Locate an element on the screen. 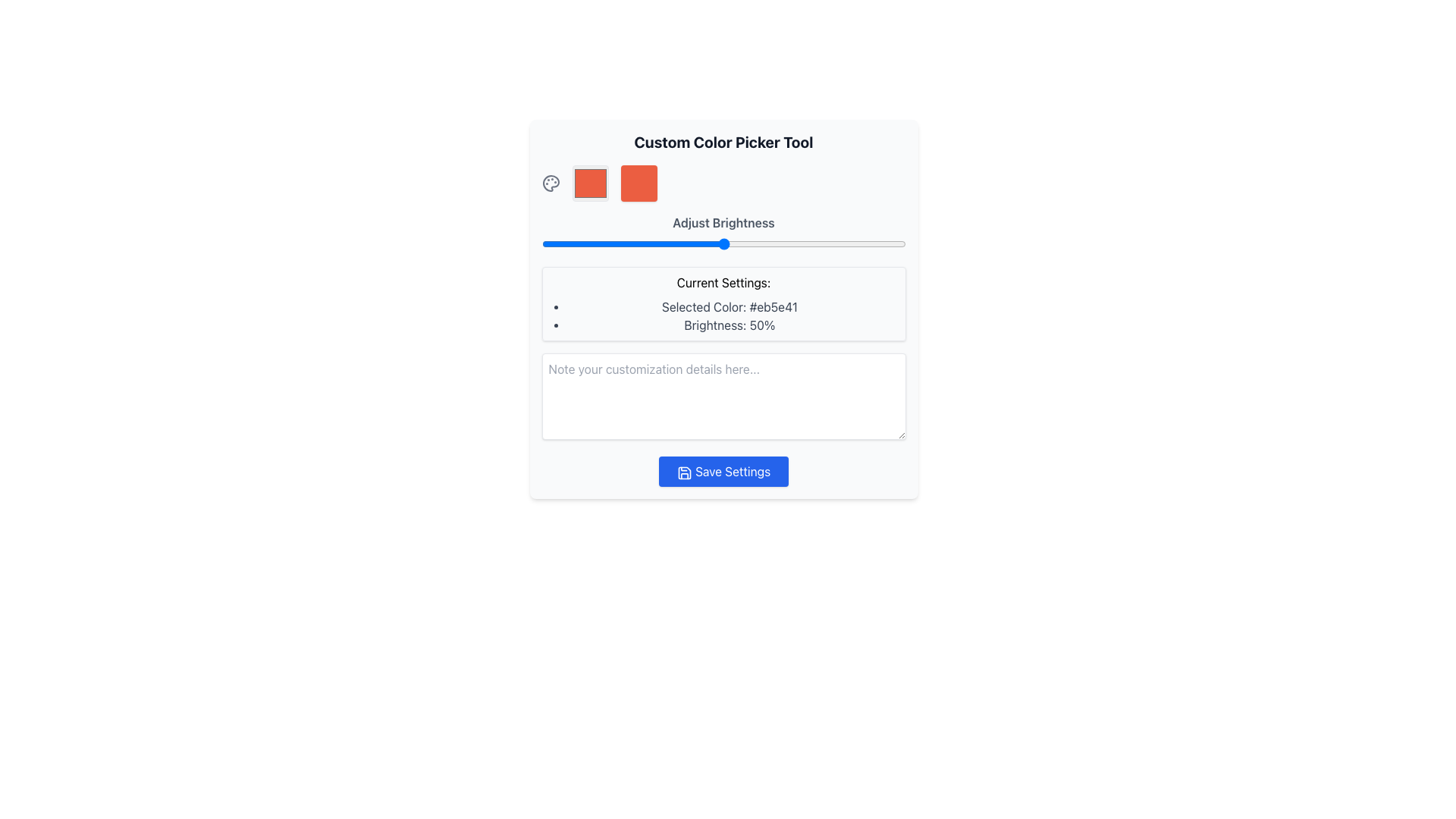 The image size is (1456, 819). brightness is located at coordinates (887, 243).